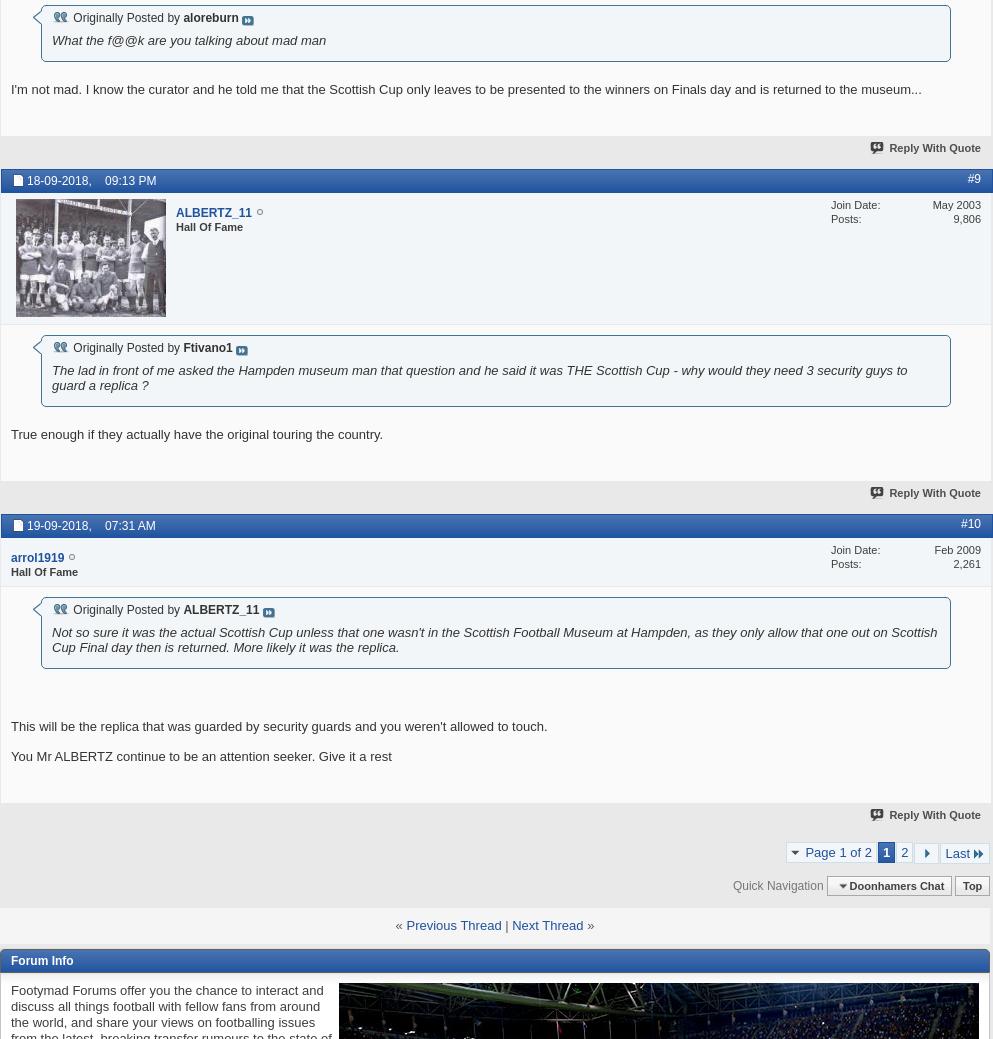  What do you see at coordinates (42, 960) in the screenshot?
I see `'Forum Info'` at bounding box center [42, 960].